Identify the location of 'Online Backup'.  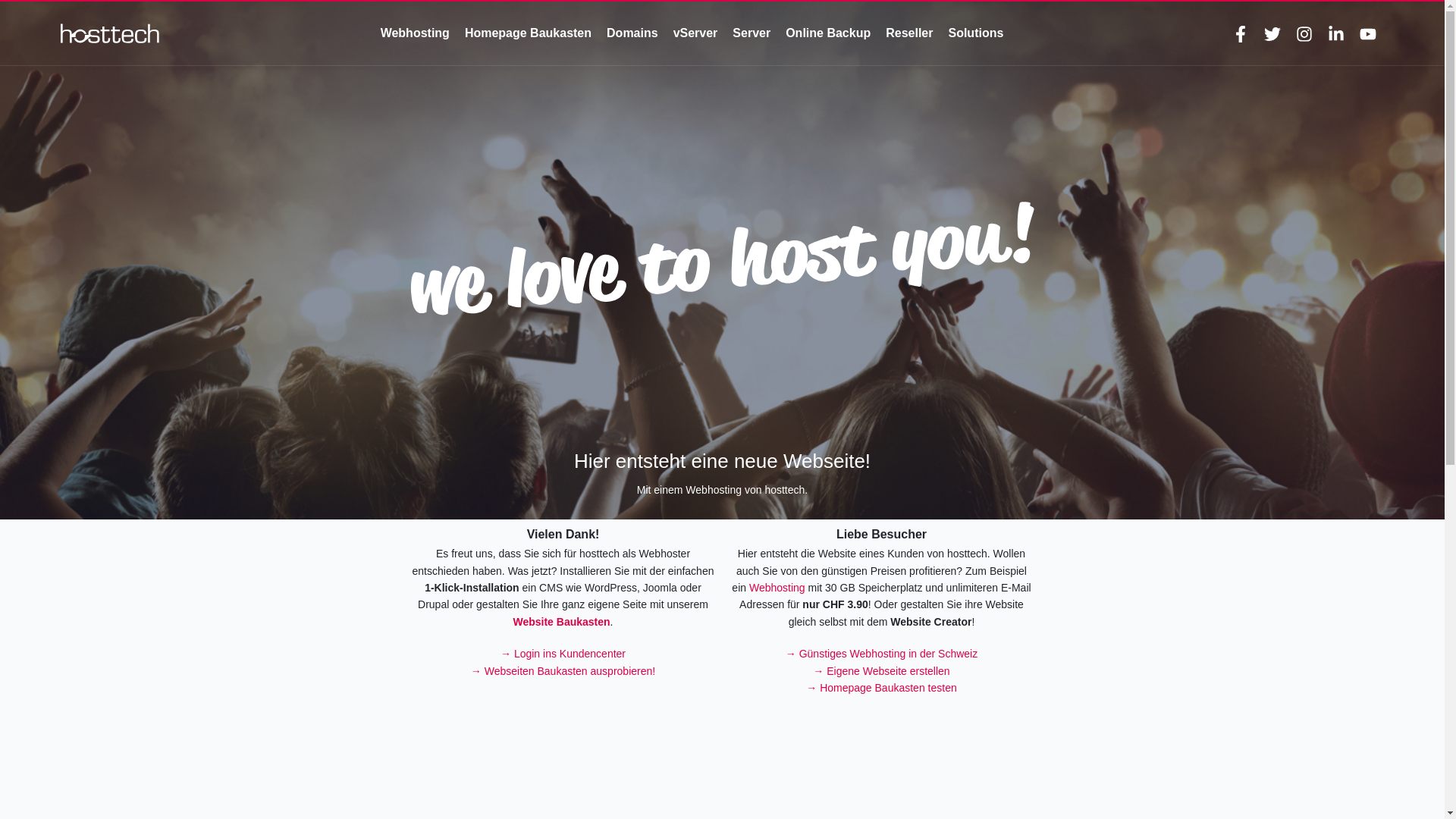
(827, 33).